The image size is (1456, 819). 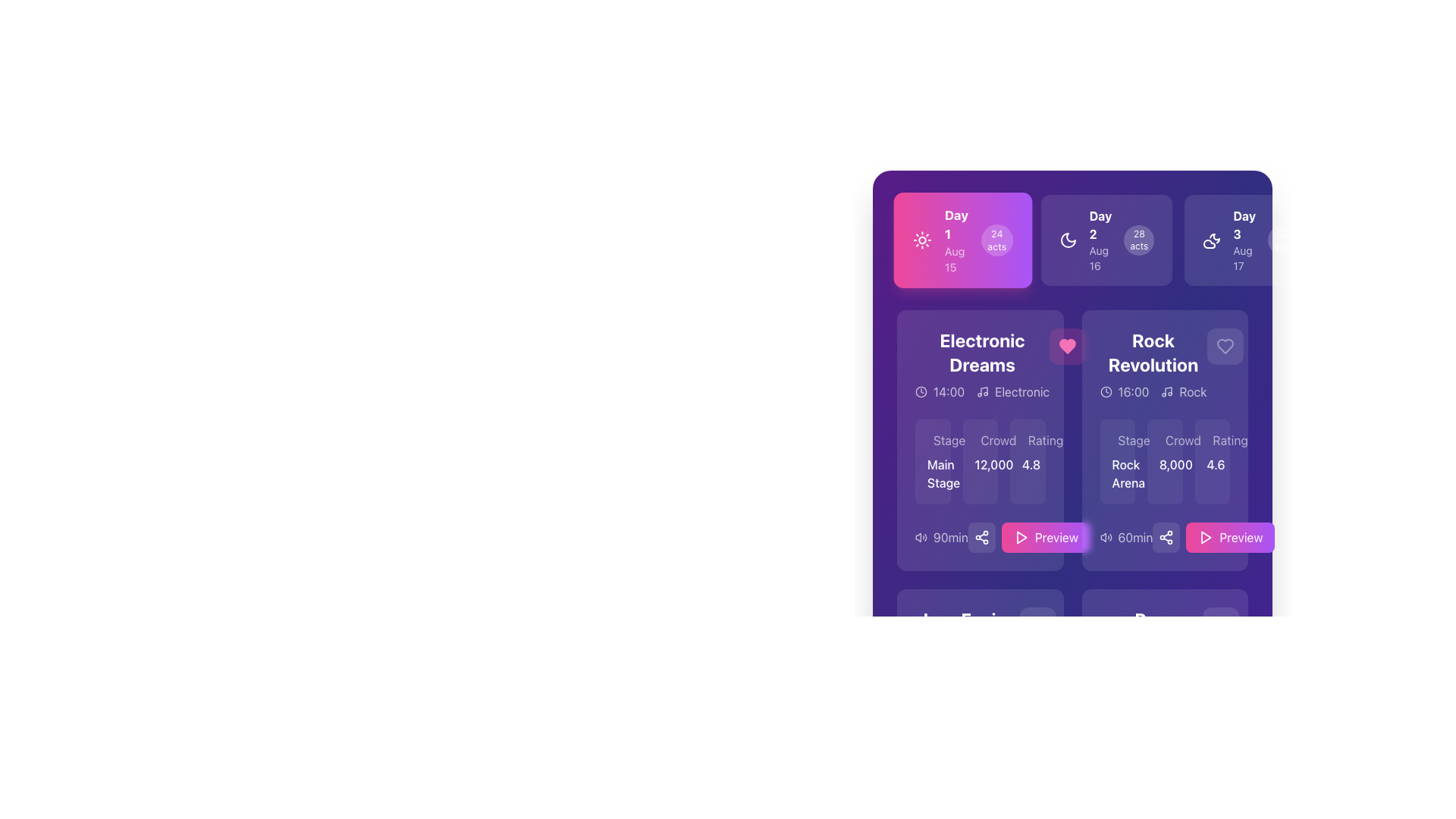 I want to click on the 'Preview' button containing the play icon, so click(x=1021, y=537).